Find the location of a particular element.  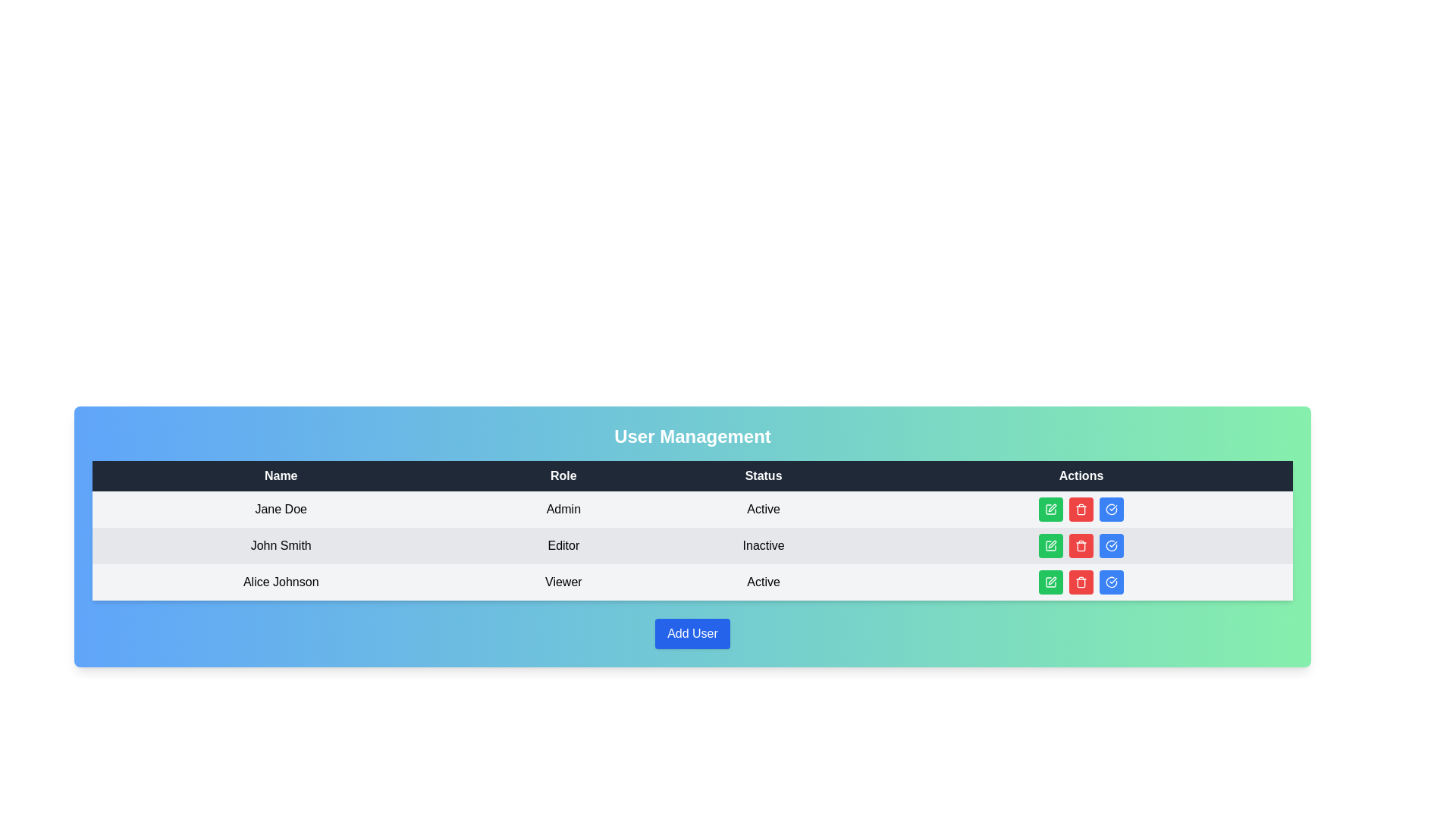

the pen icon button located in the 'Actions' column of the second row in the User Management table to initiate editing is located at coordinates (1051, 543).